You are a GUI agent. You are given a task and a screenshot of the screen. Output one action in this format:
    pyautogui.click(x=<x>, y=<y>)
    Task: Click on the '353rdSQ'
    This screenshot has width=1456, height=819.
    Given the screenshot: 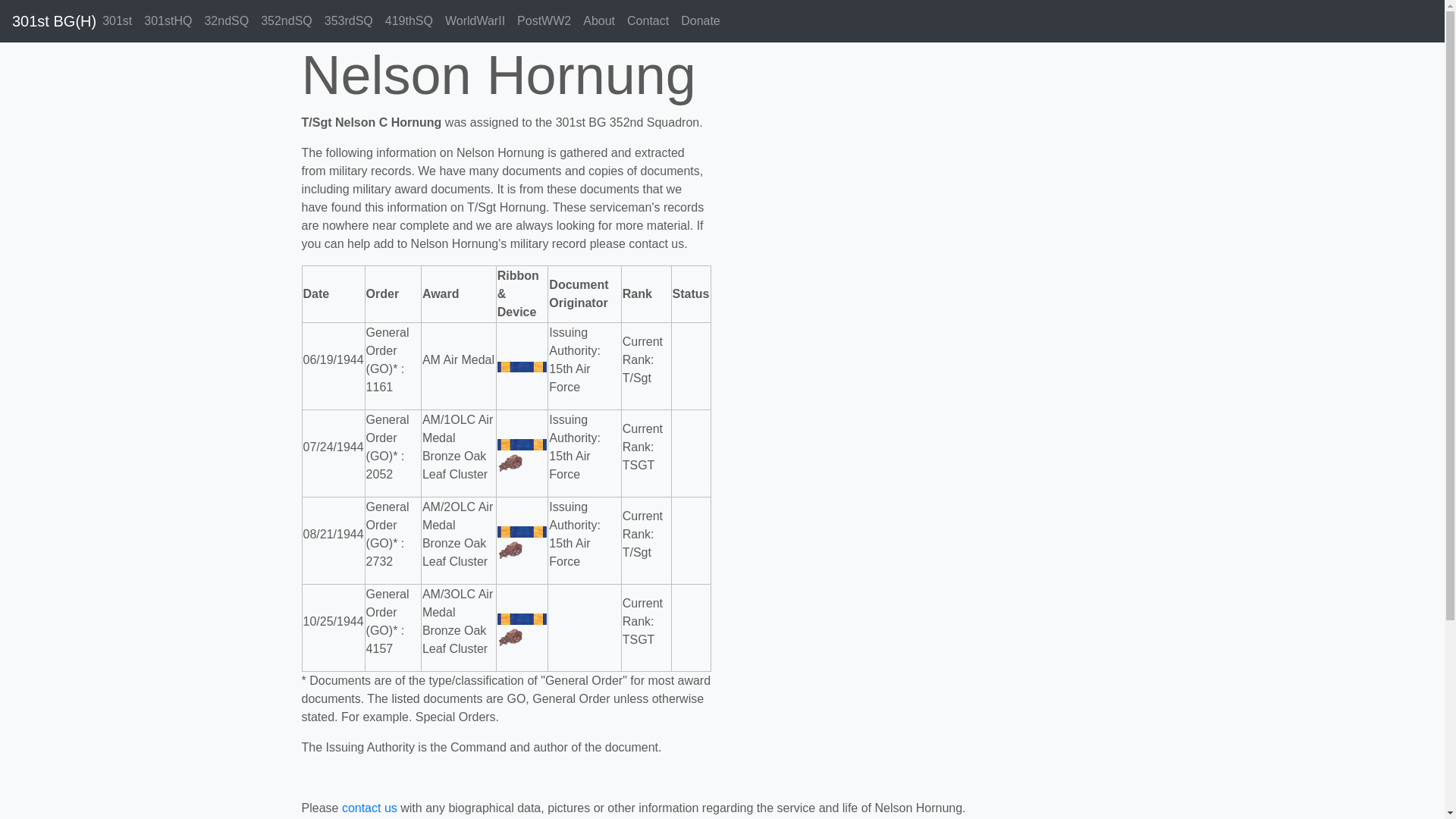 What is the action you would take?
    pyautogui.click(x=348, y=20)
    